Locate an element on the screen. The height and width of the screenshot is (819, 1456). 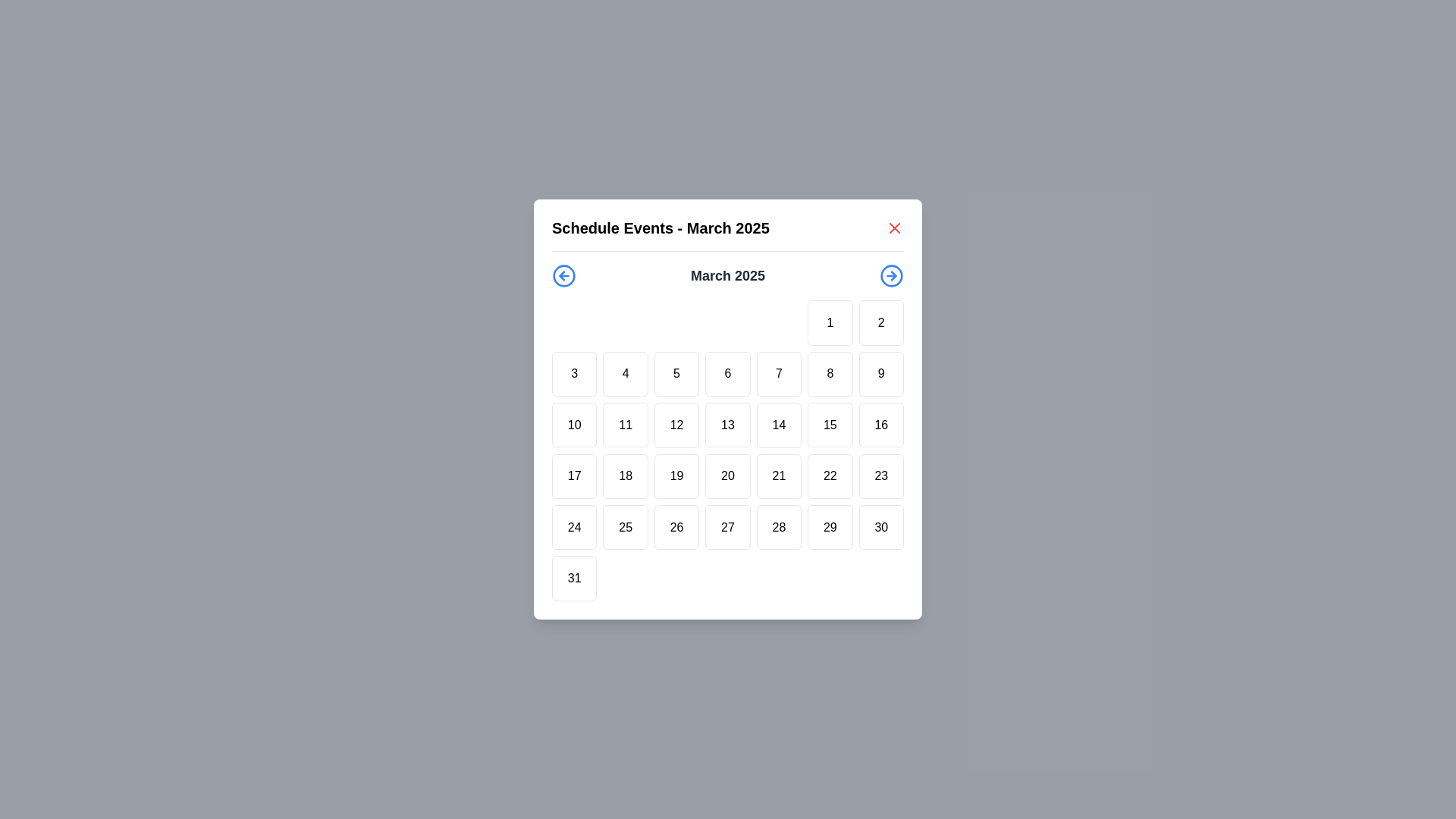
the date button located in the calendar grid, which is the sixth item in the third row is located at coordinates (881, 425).